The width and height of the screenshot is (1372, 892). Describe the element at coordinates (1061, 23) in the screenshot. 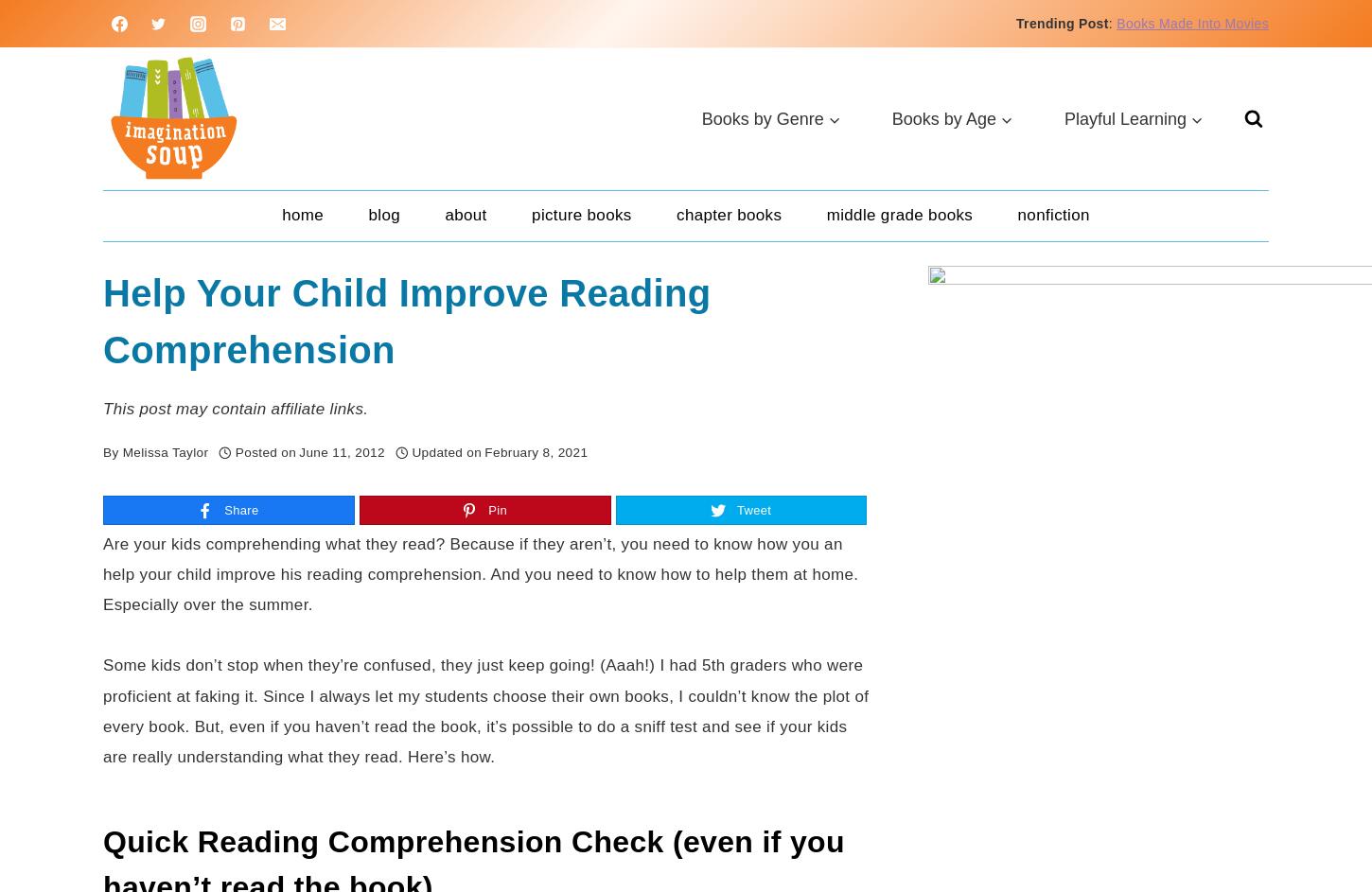

I see `'Trending Post'` at that location.